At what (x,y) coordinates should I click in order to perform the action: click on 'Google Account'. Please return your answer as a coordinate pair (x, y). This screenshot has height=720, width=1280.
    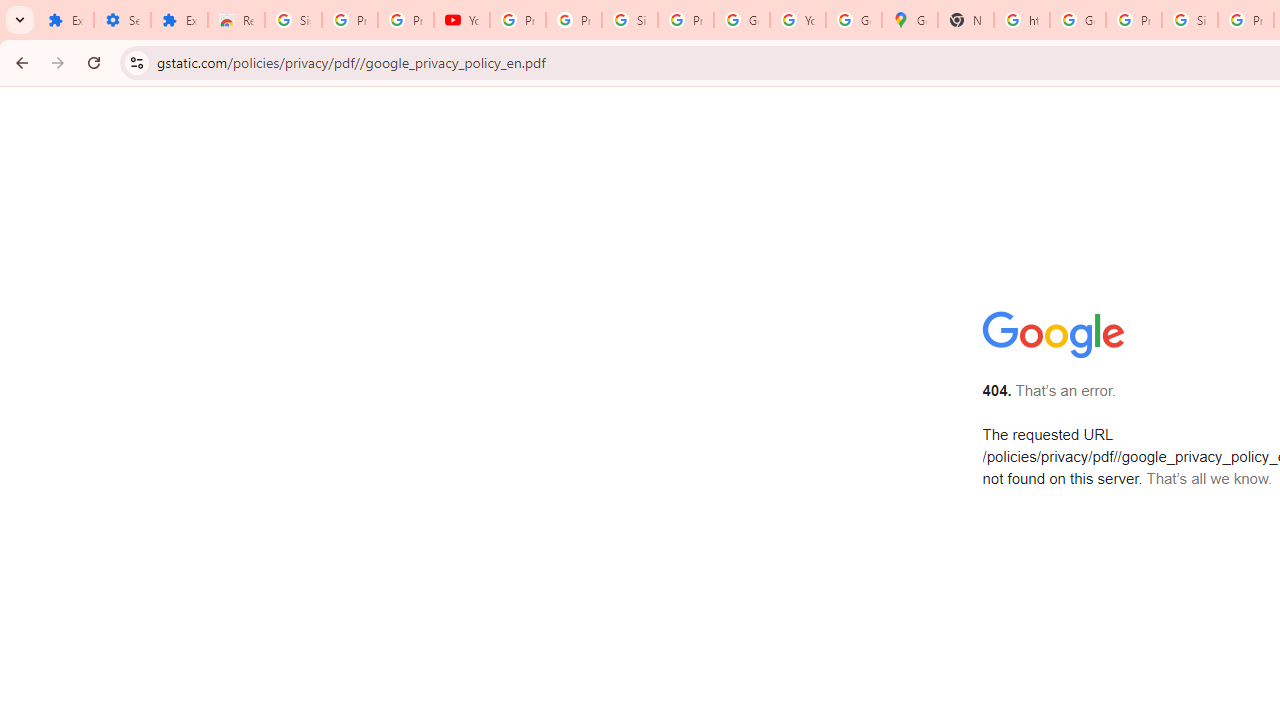
    Looking at the image, I should click on (741, 20).